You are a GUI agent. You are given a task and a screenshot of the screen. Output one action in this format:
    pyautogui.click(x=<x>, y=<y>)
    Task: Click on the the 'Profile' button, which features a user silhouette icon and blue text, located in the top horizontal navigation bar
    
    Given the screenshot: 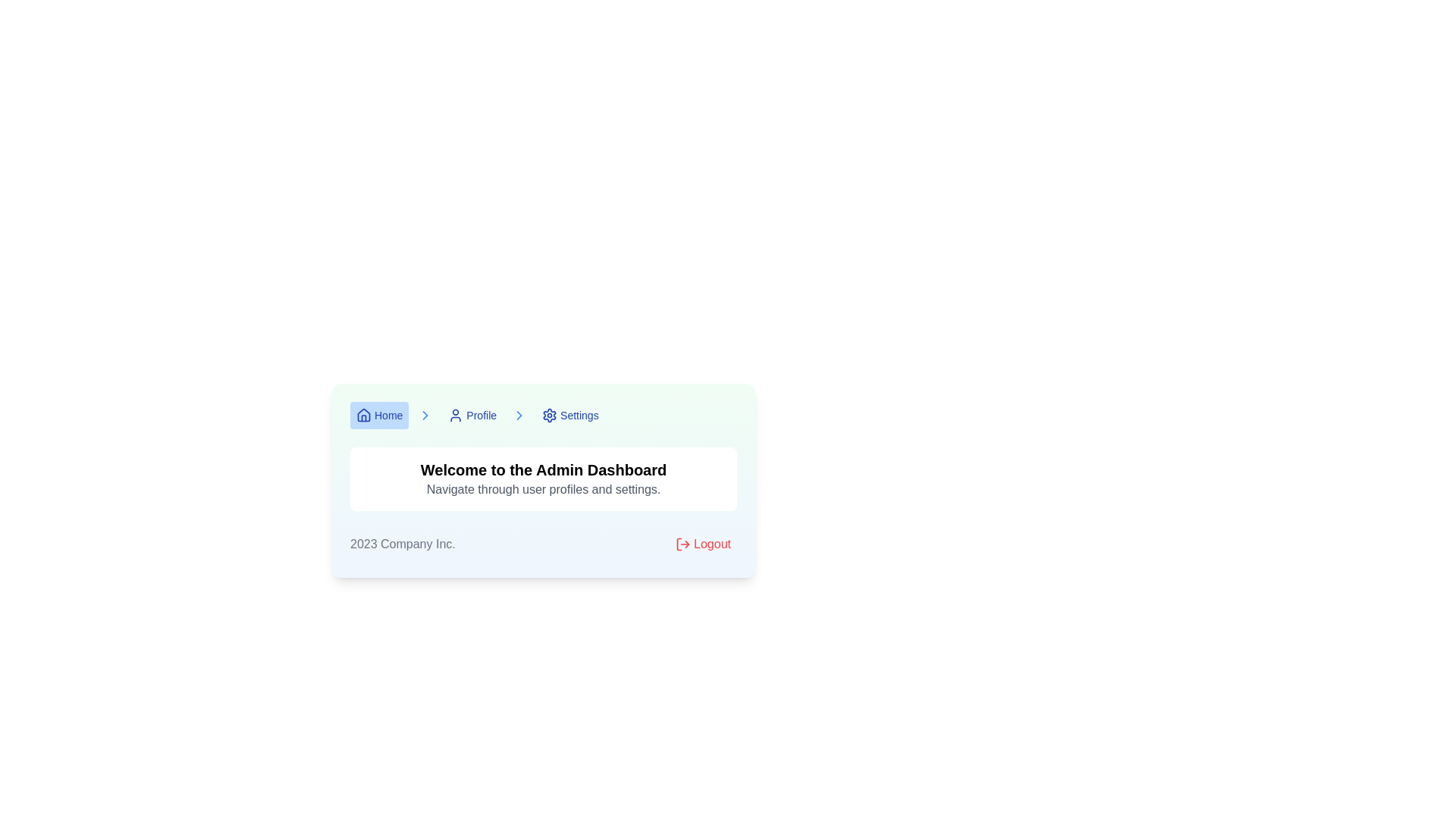 What is the action you would take?
    pyautogui.click(x=472, y=415)
    